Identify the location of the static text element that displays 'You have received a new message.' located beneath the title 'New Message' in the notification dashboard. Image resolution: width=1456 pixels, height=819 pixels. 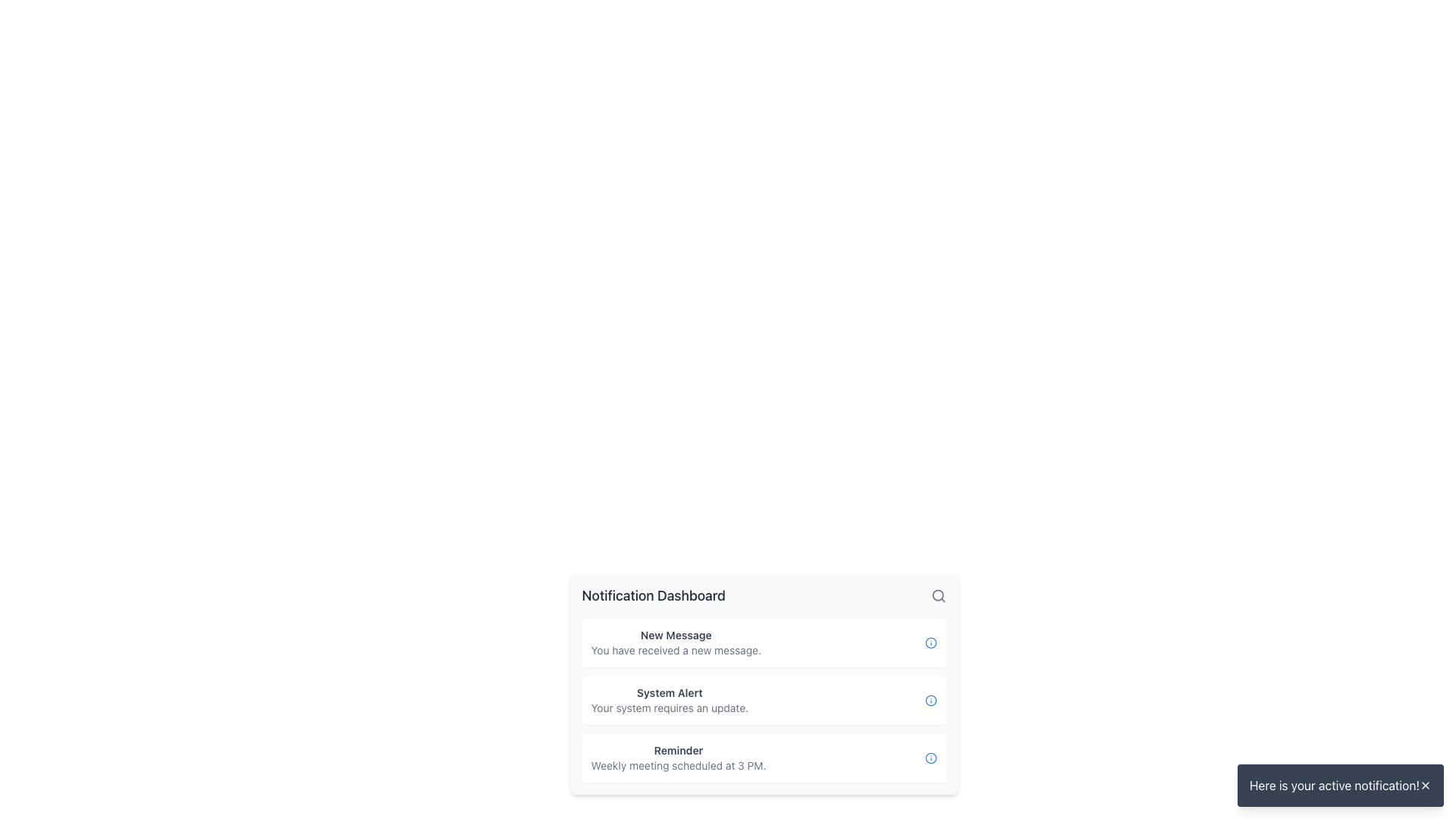
(675, 649).